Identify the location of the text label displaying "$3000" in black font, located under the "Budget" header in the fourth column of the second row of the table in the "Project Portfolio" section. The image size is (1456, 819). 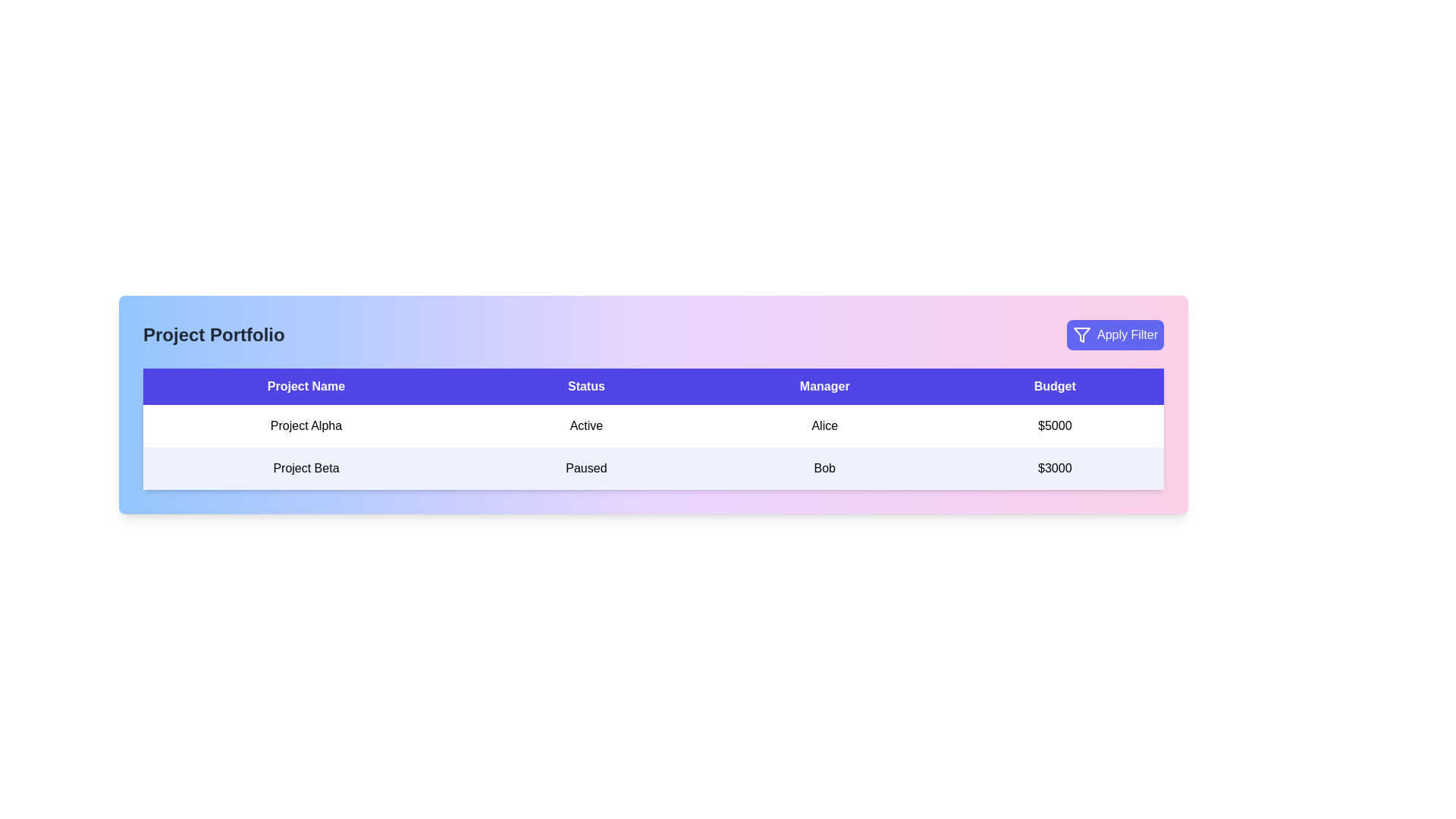
(1054, 467).